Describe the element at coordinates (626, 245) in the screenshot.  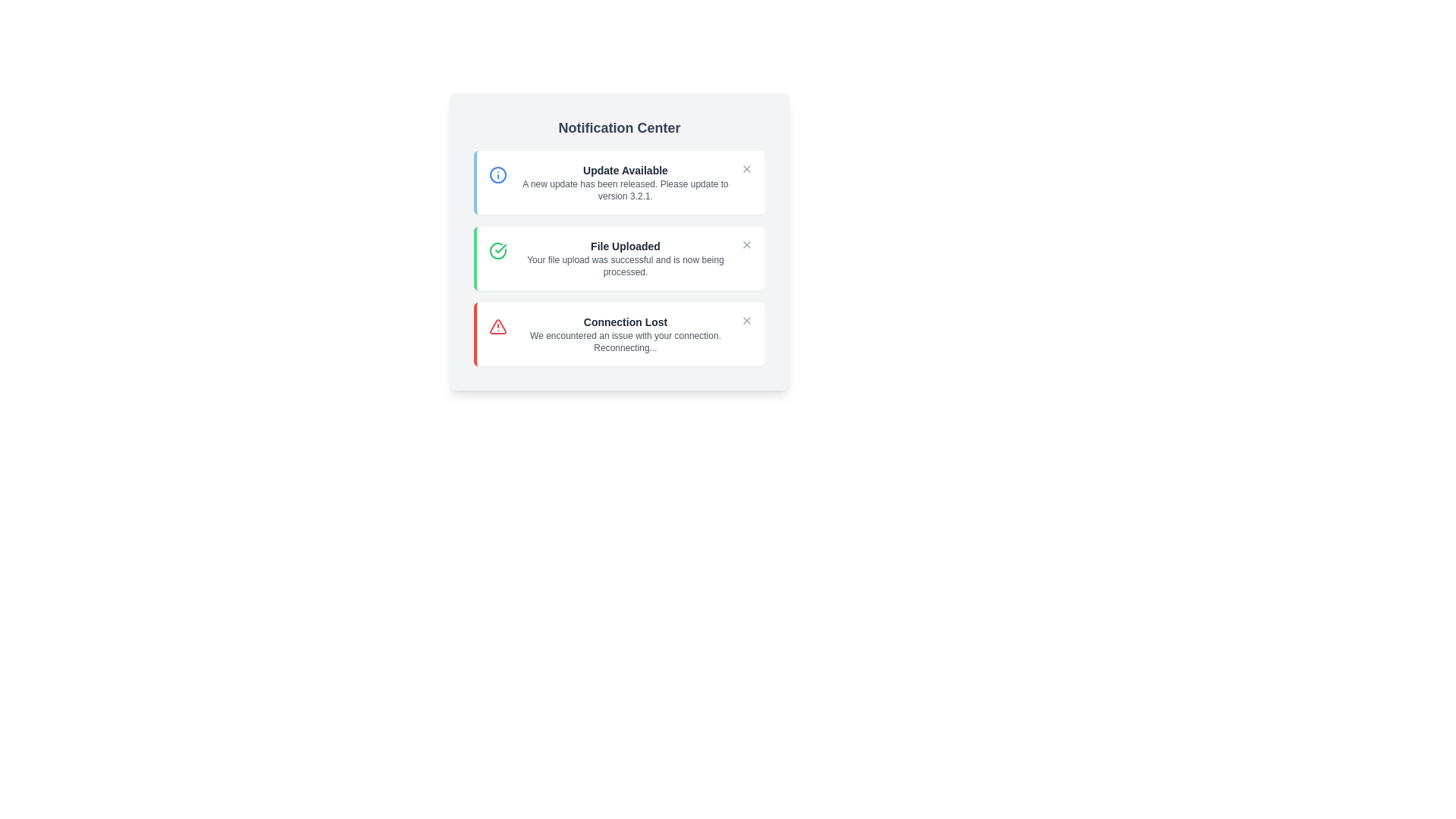
I see `the text label displaying 'File Uploaded' in bold, dark gray color, located at the top section of the notification card in the Notification Center` at that location.